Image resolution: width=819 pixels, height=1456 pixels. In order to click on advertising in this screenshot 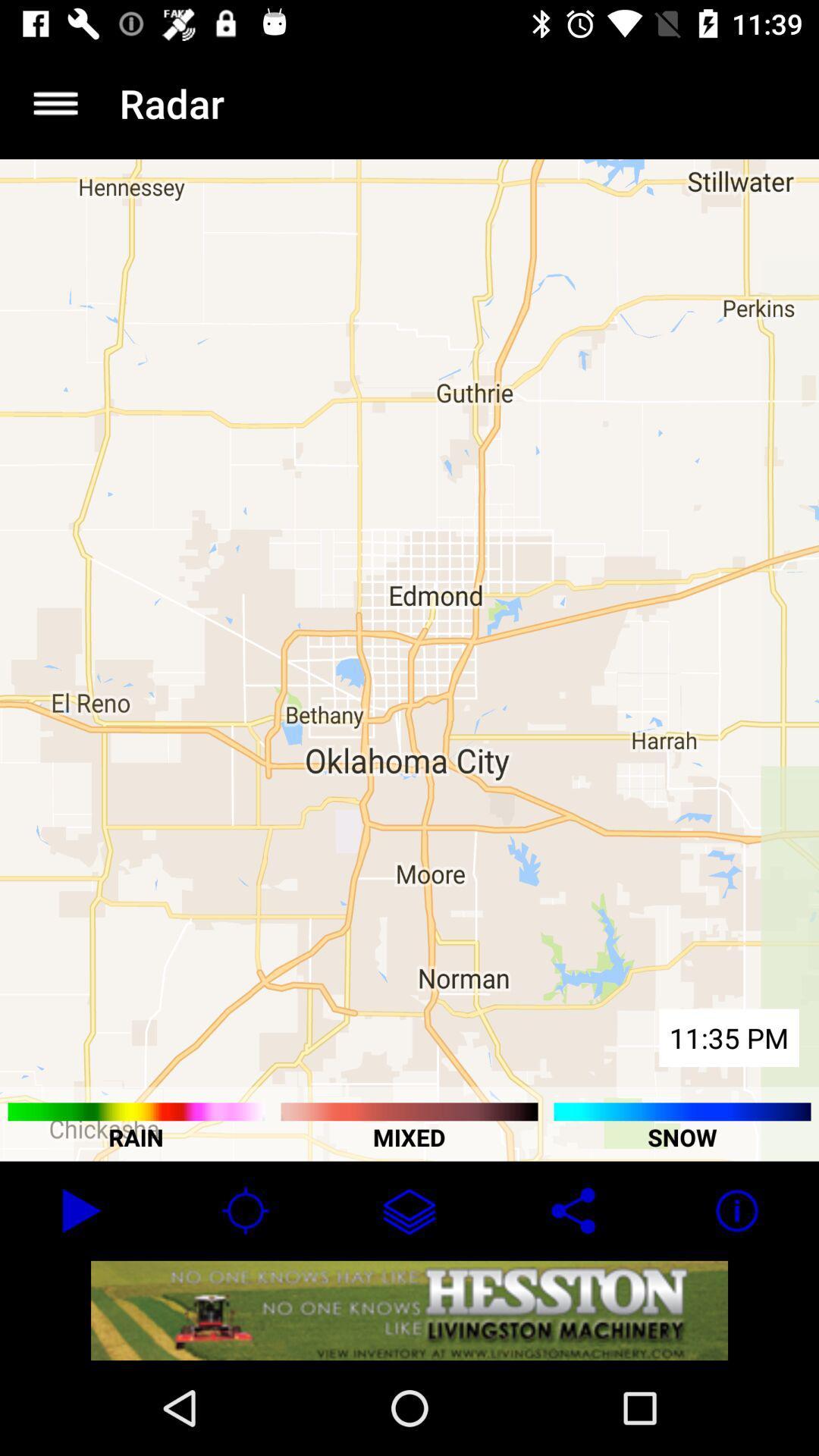, I will do `click(409, 1310)`.